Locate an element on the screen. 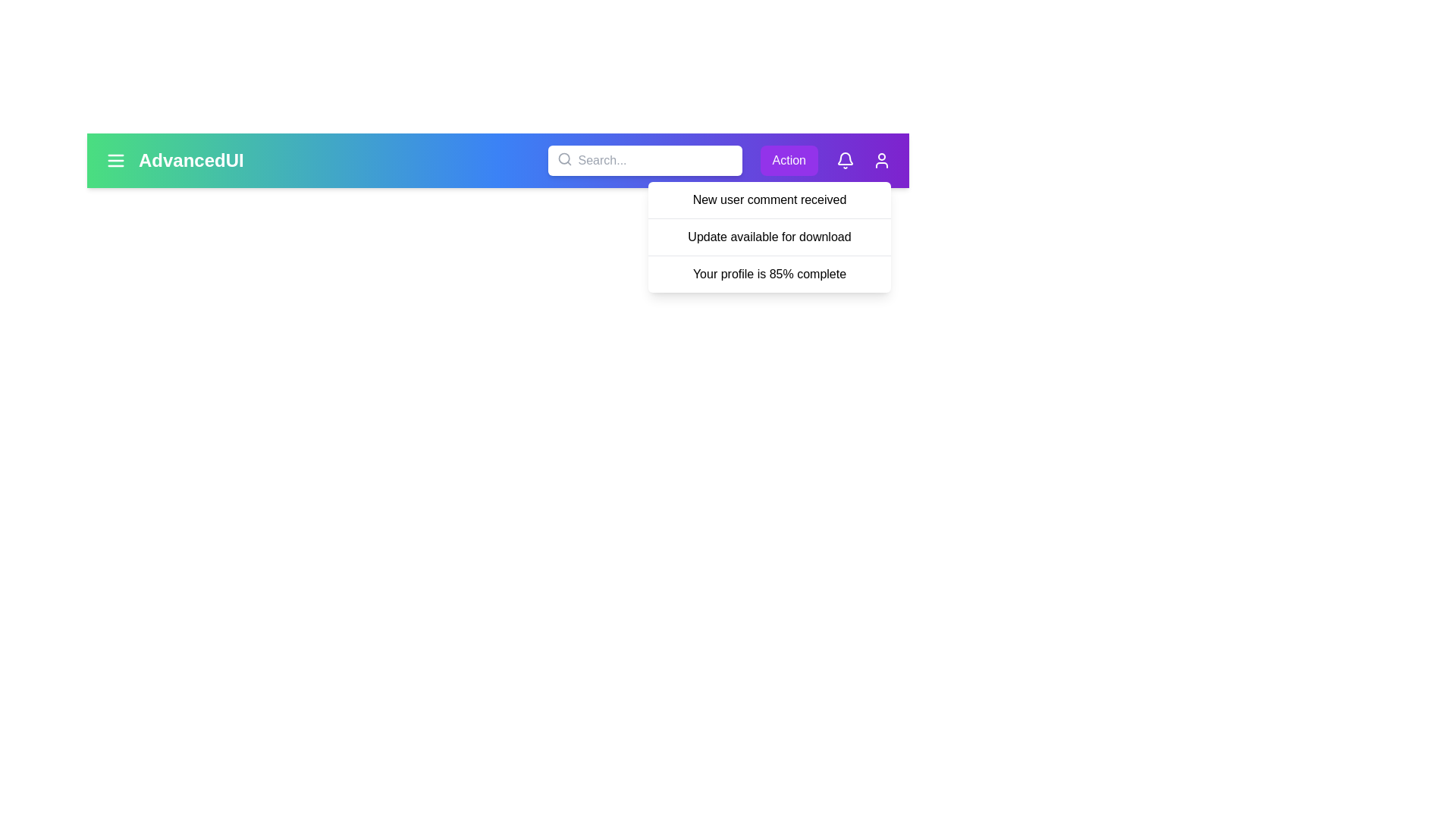  the 'Action' button is located at coordinates (789, 161).